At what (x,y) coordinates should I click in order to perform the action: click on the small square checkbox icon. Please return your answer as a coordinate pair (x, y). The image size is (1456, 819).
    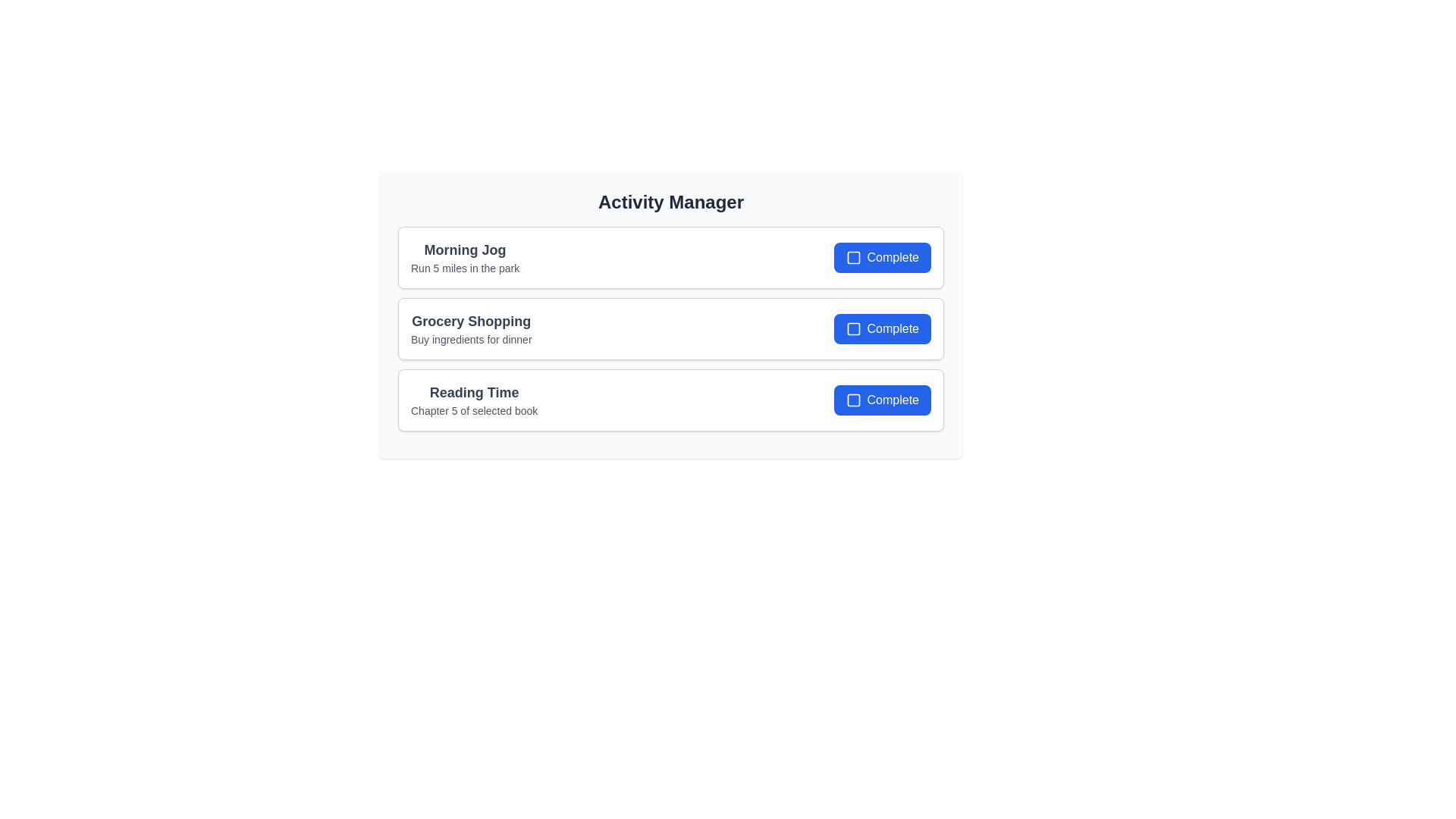
    Looking at the image, I should click on (853, 256).